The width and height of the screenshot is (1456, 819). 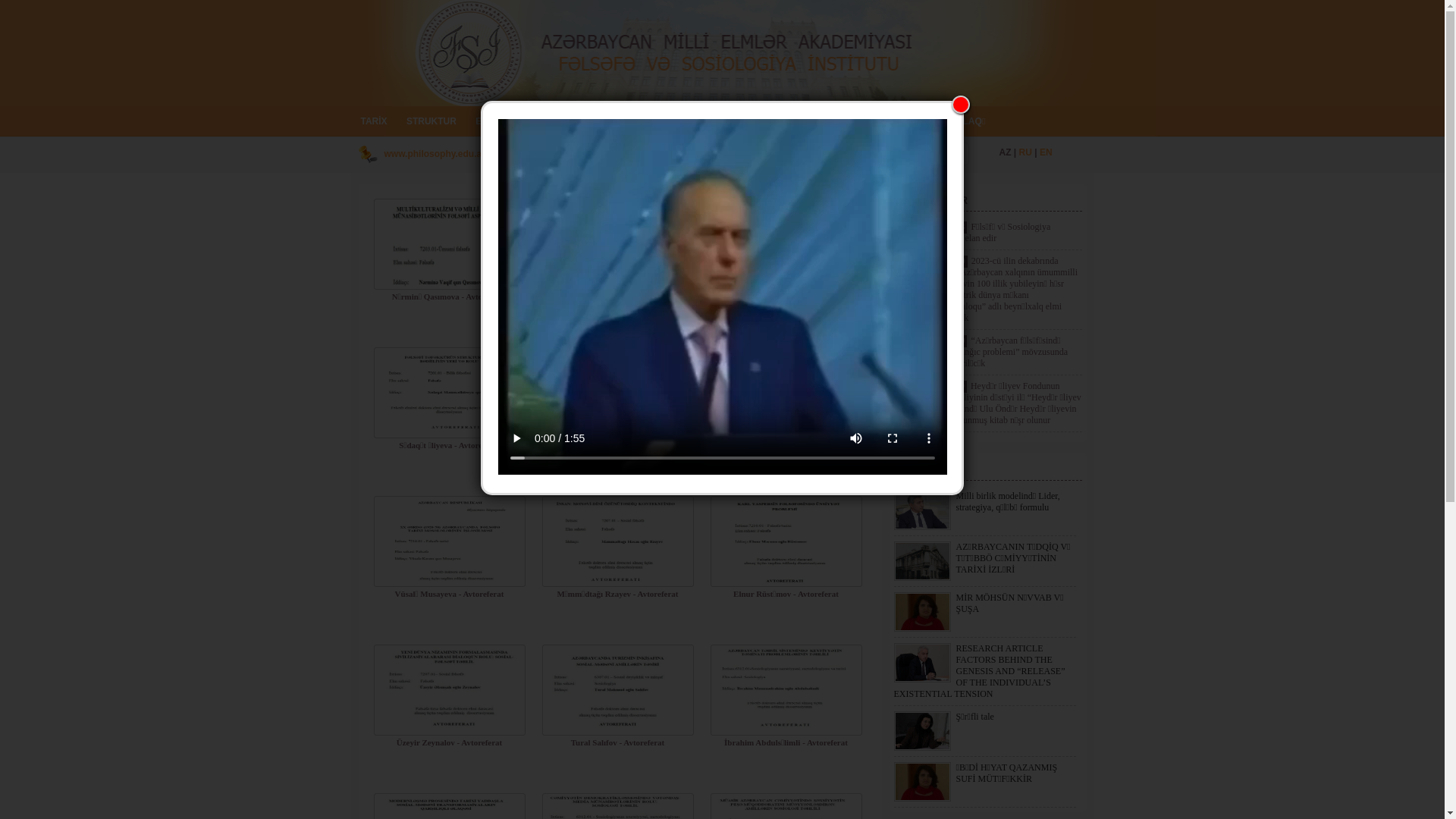 What do you see at coordinates (960, 104) in the screenshot?
I see `'X'` at bounding box center [960, 104].